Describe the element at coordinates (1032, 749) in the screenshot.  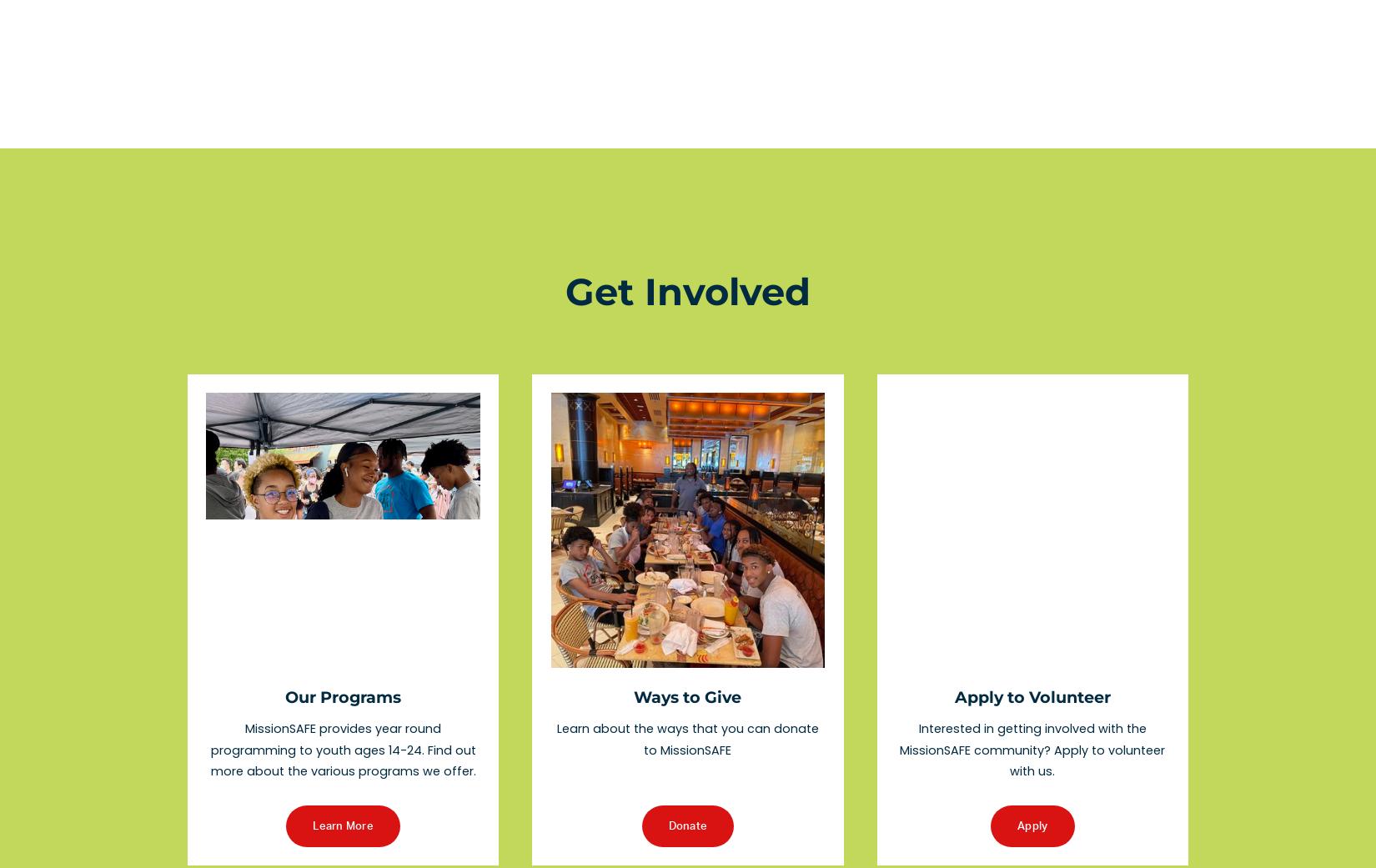
I see `'Interested in getting involved with the MissionSAFE community? Apply to volunteer with us.'` at that location.